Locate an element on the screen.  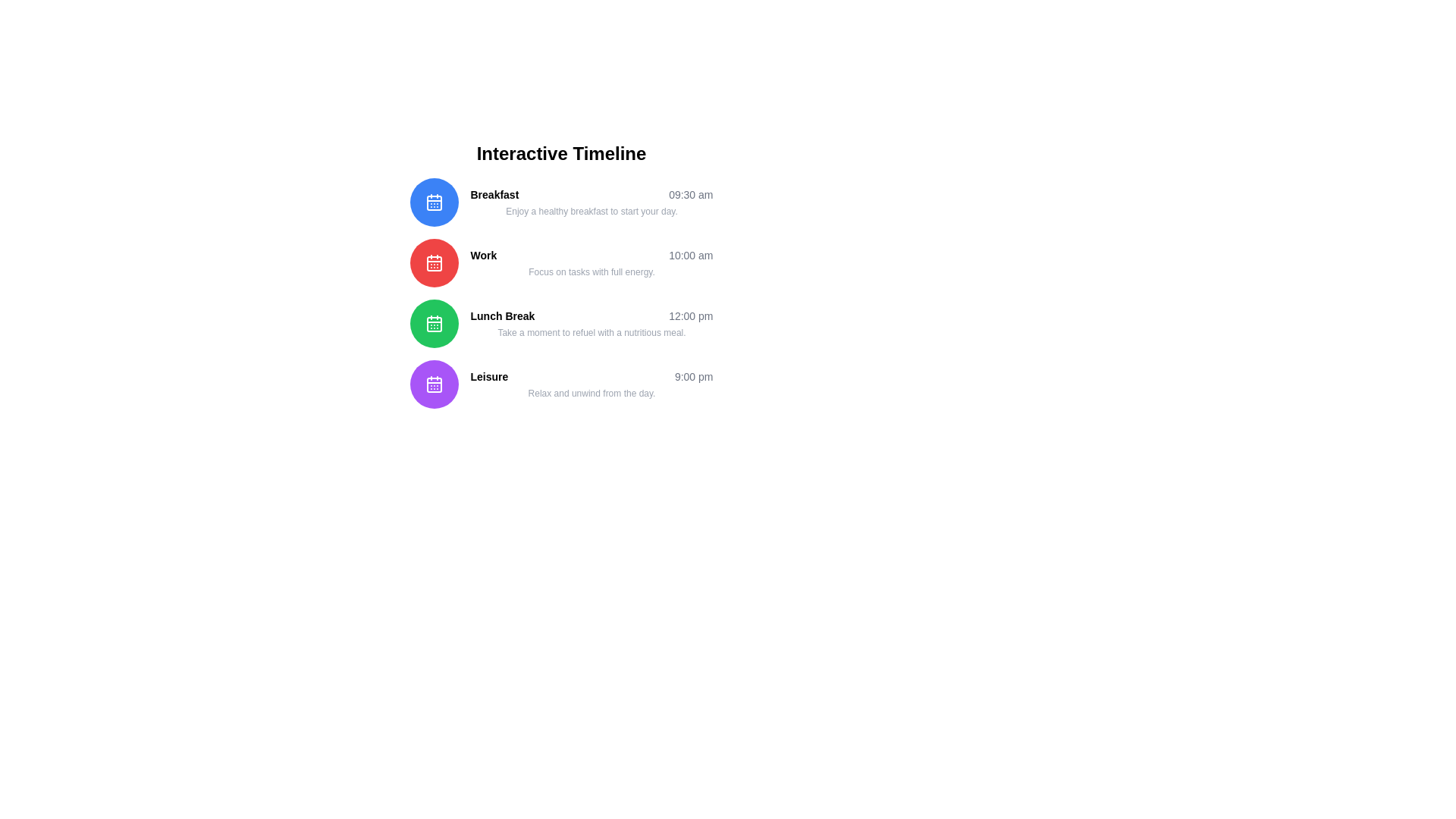
the circular blue icon representing the 'Breakfast' schedule entry, which is located to the left of the 'Breakfast' label is located at coordinates (433, 202).